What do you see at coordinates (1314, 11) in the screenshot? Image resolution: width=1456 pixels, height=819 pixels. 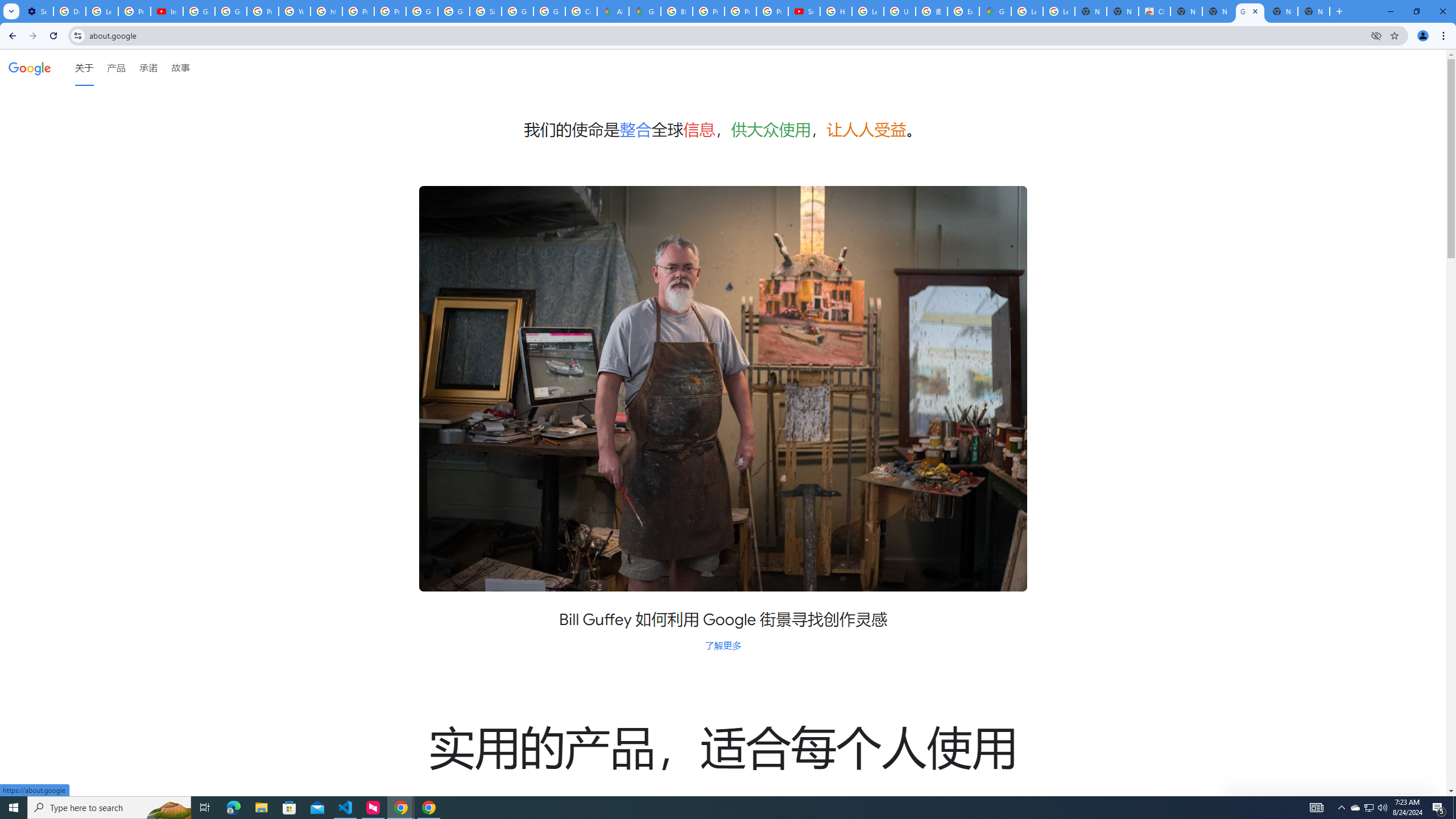 I see `'New Tab'` at bounding box center [1314, 11].